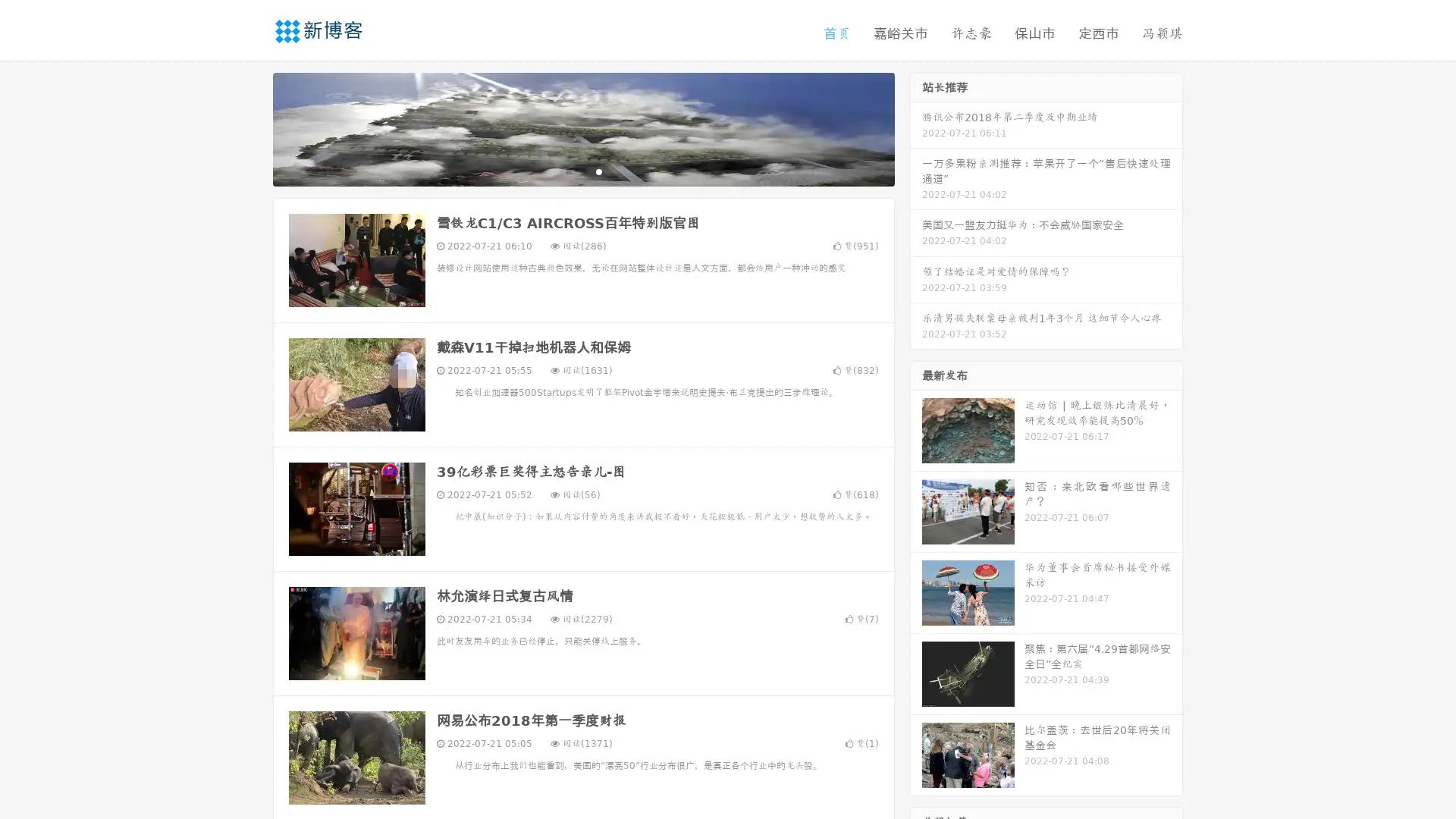 Image resolution: width=1456 pixels, height=819 pixels. I want to click on Go to slide 1, so click(567, 171).